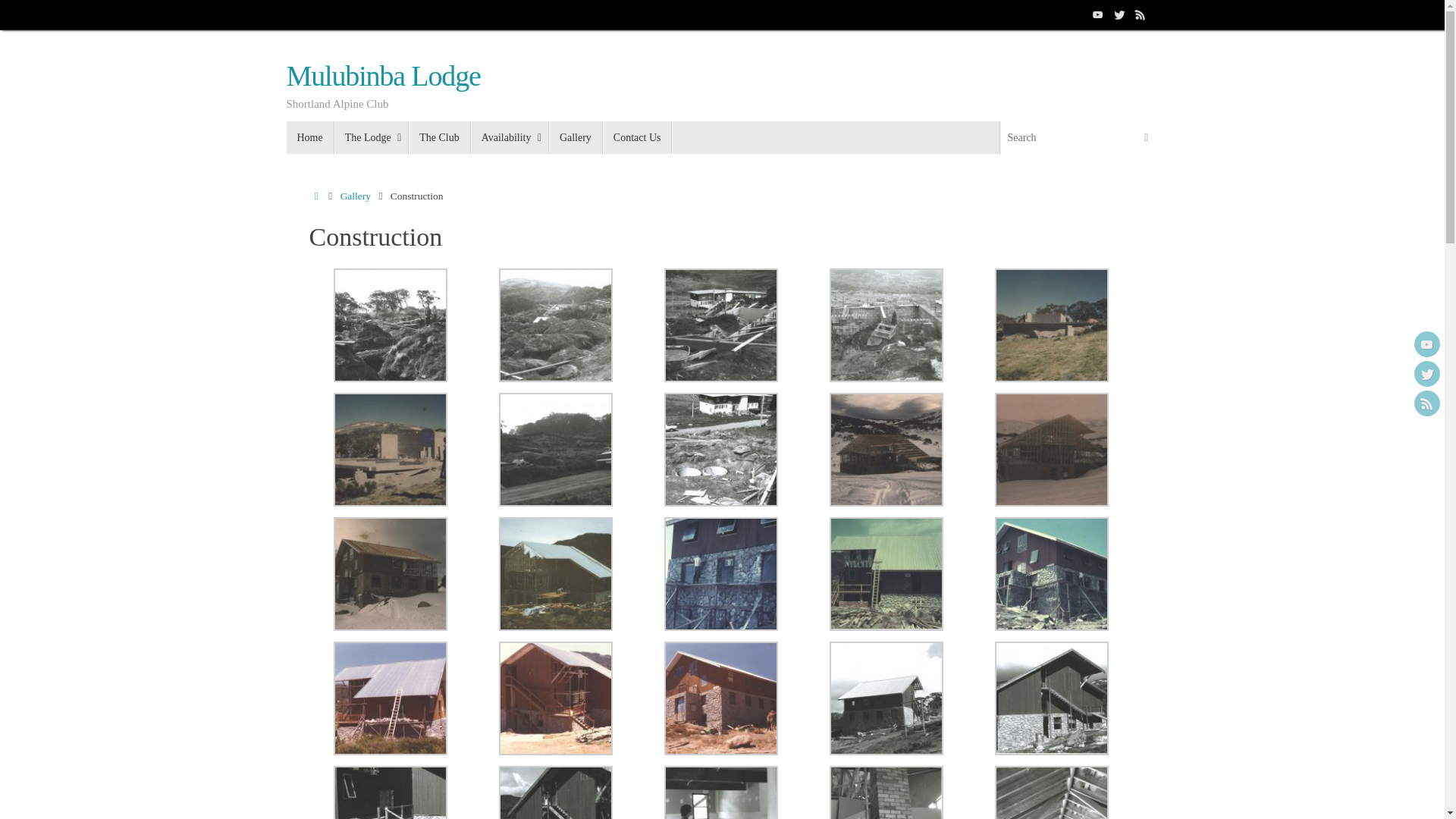 The width and height of the screenshot is (1456, 819). What do you see at coordinates (1426, 403) in the screenshot?
I see `'RSS'` at bounding box center [1426, 403].